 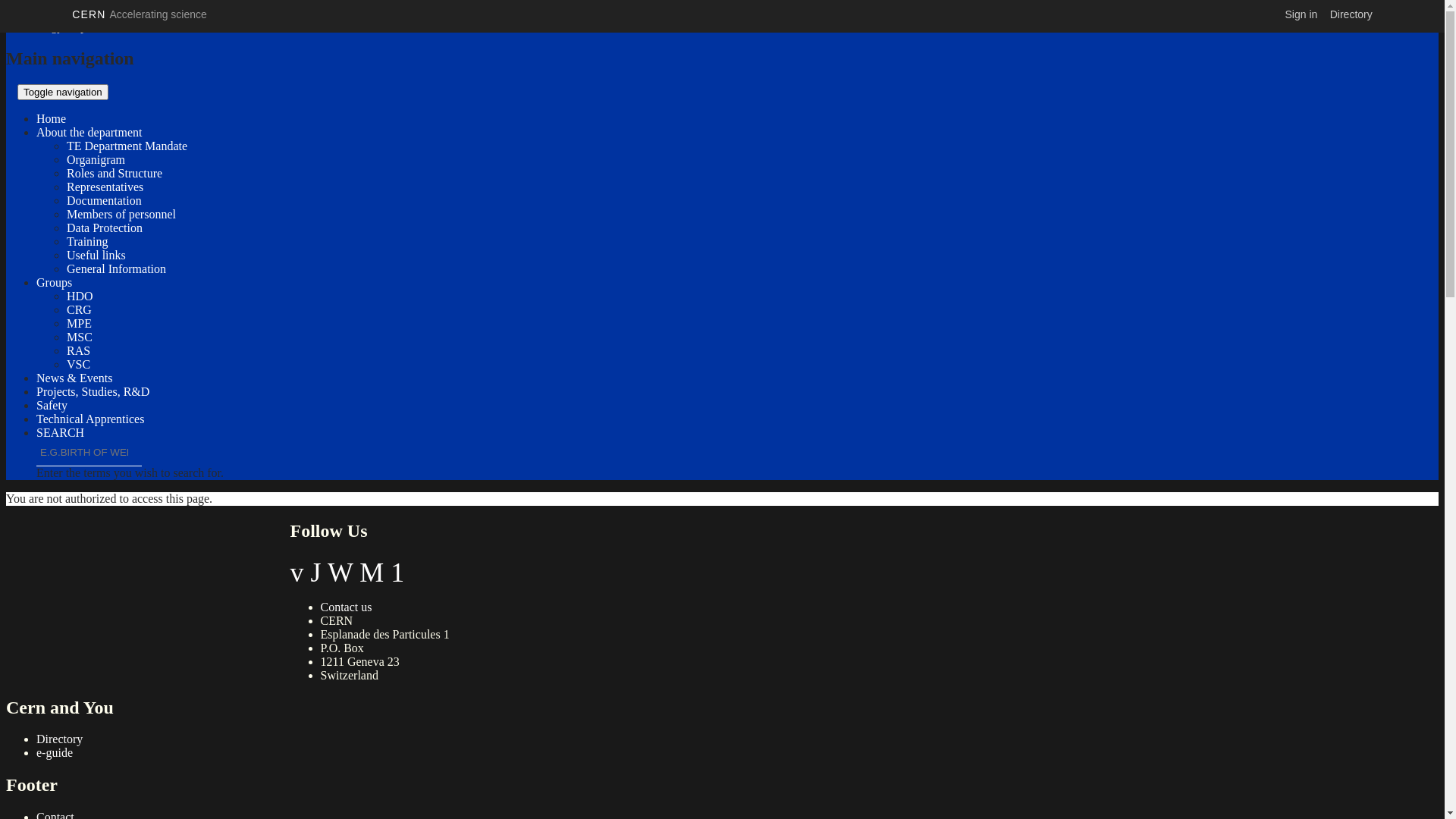 What do you see at coordinates (327, 573) in the screenshot?
I see `'W'` at bounding box center [327, 573].